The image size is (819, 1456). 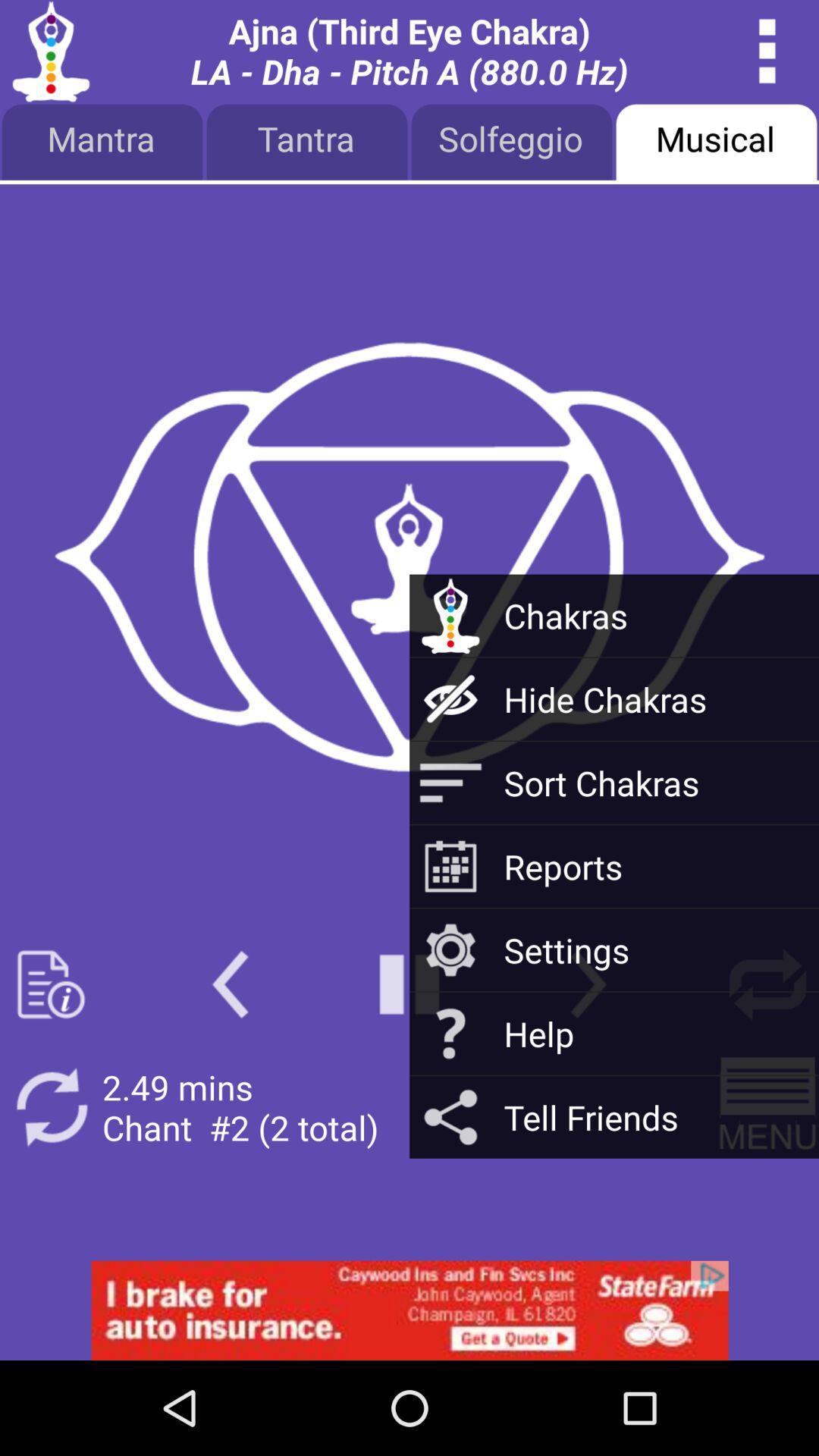 What do you see at coordinates (50, 984) in the screenshot?
I see `more information` at bounding box center [50, 984].